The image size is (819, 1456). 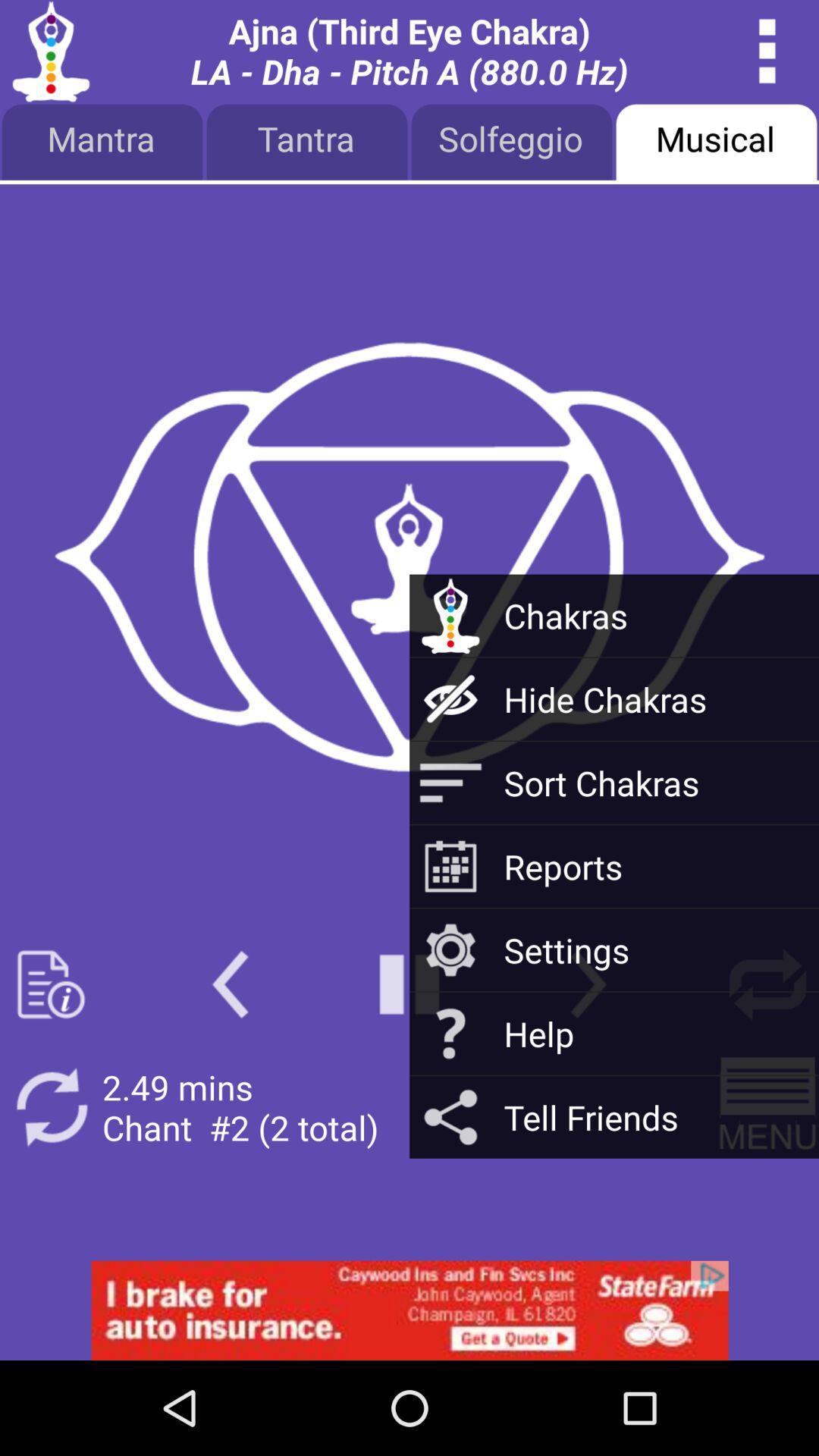 What do you see at coordinates (50, 984) in the screenshot?
I see `more information` at bounding box center [50, 984].